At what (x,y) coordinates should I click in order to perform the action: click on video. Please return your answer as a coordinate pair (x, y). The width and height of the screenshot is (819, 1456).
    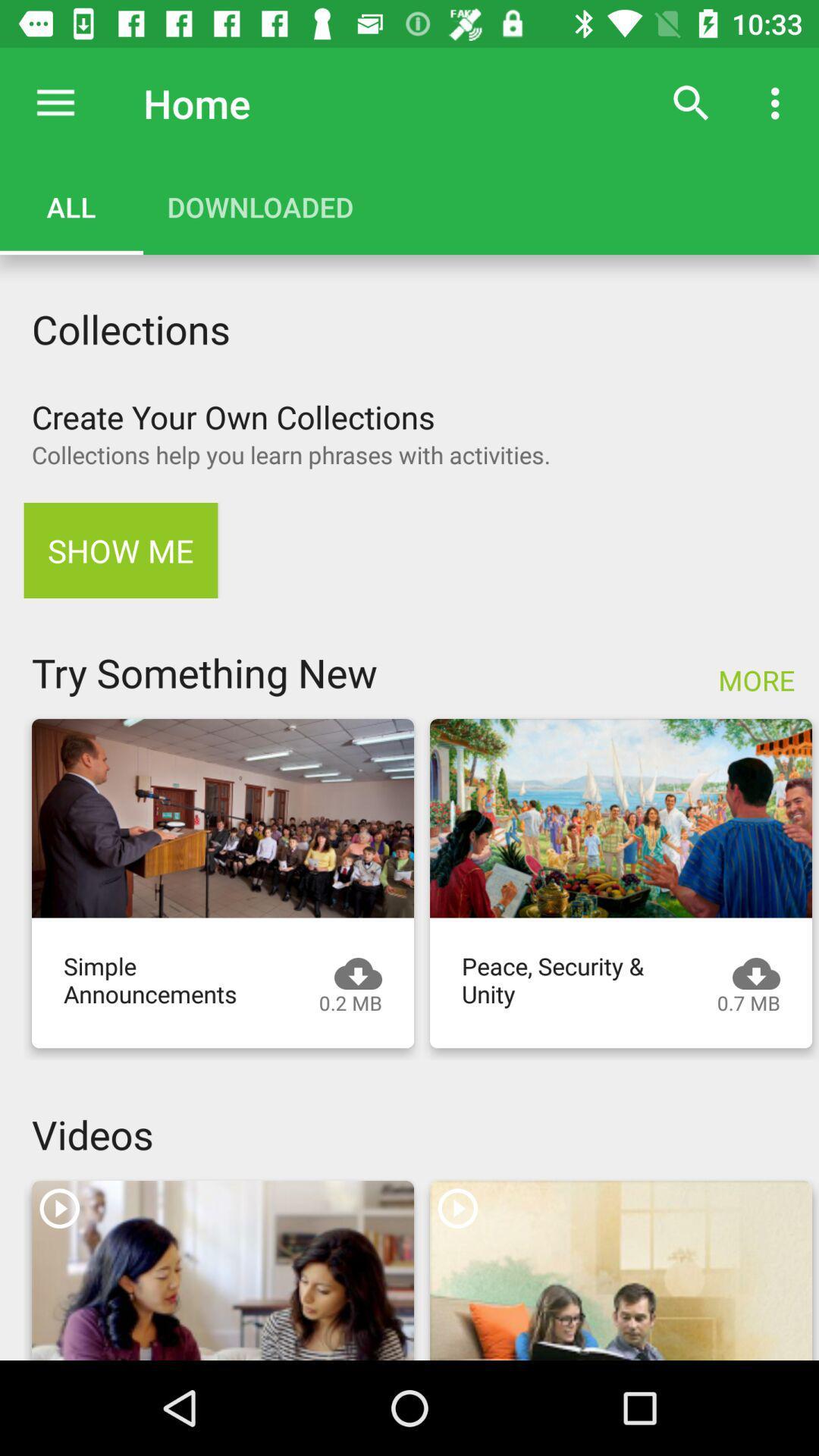
    Looking at the image, I should click on (620, 1270).